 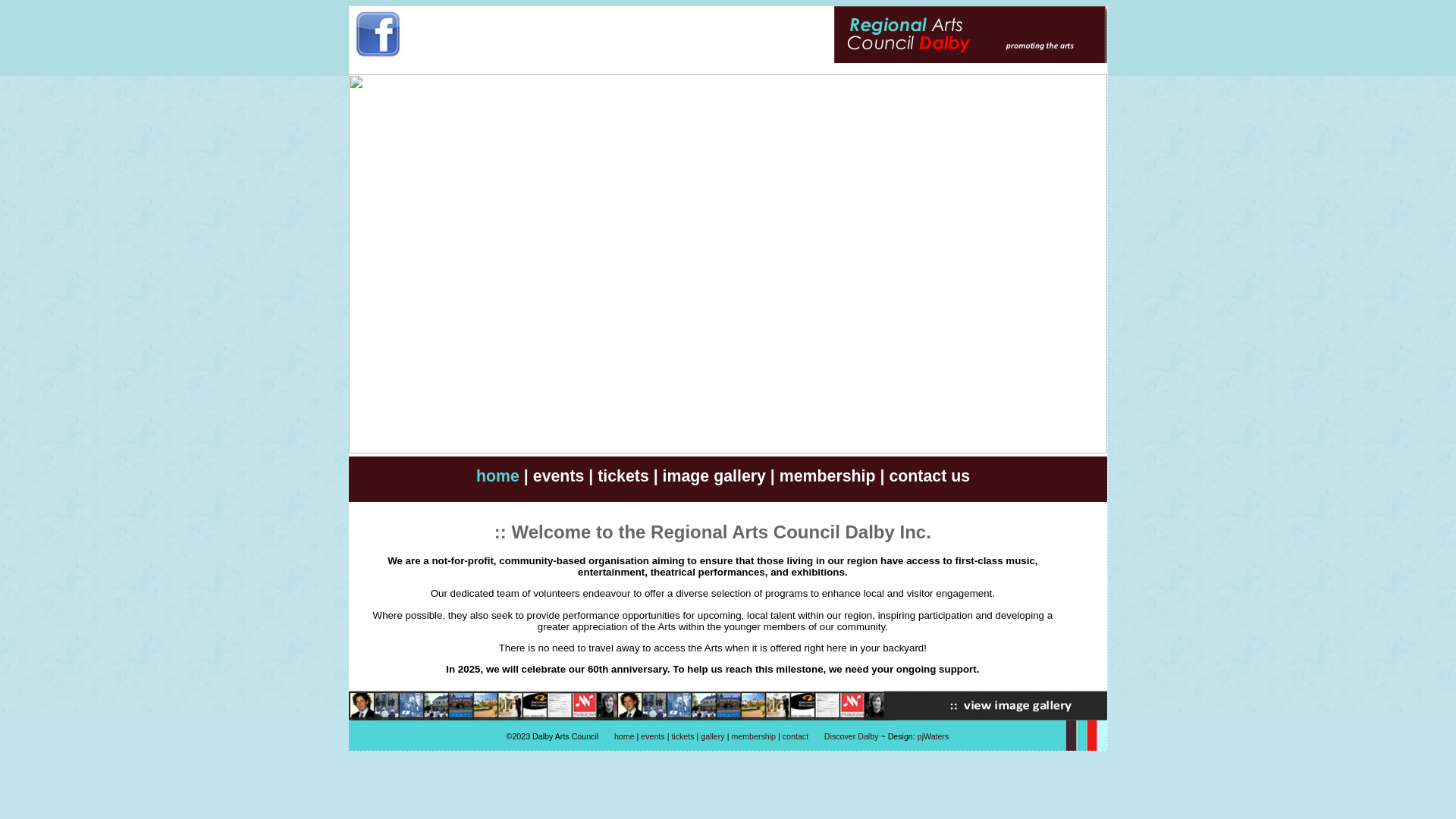 I want to click on 'home', so click(x=624, y=736).